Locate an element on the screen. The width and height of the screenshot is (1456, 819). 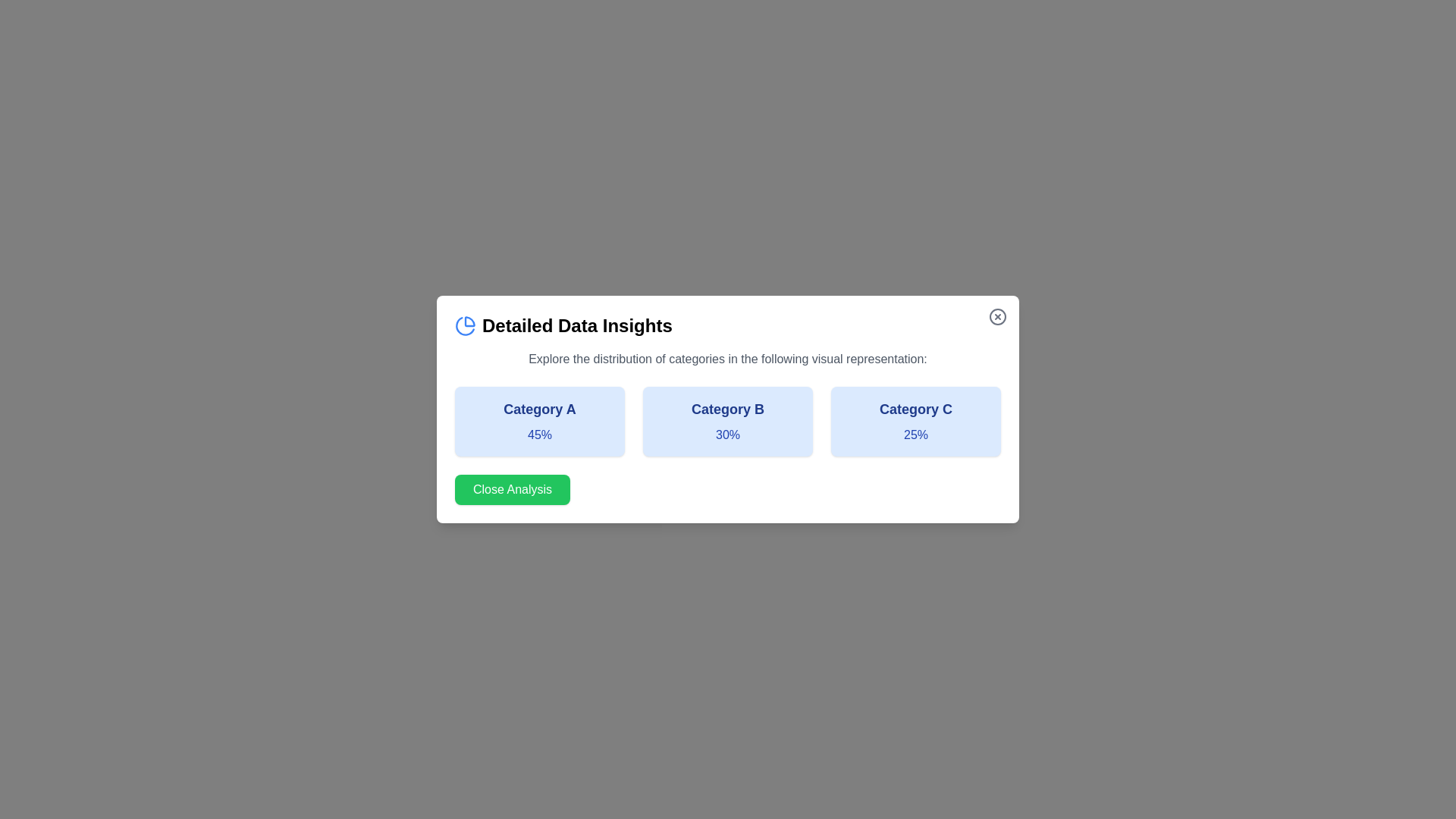
the Information card which has a light blue background, displays 'Category B' in bold blue text at the top and '30%' in a smaller blue font below, positioned between 'Category A' and 'Category C' is located at coordinates (728, 421).